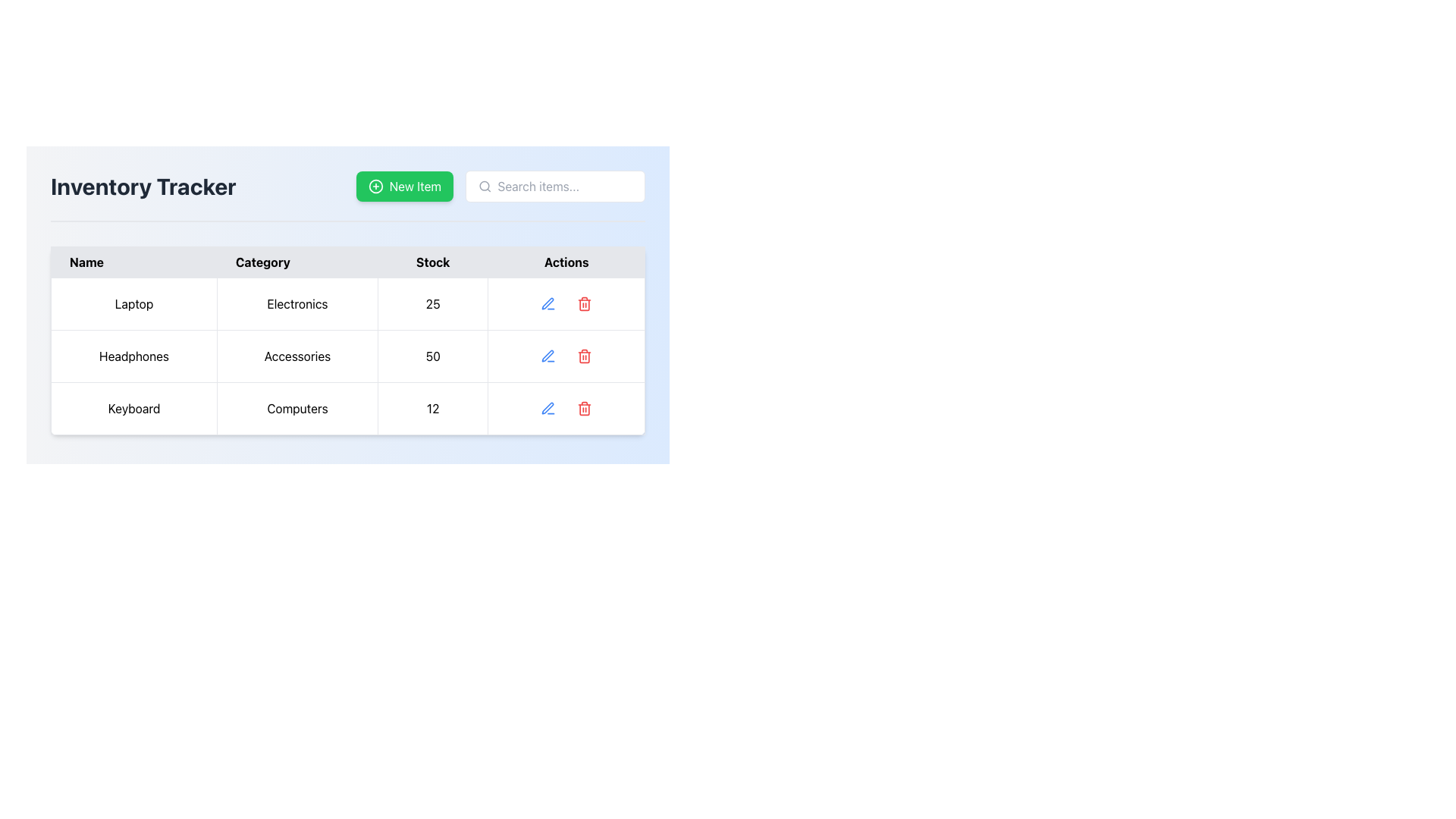 This screenshot has width=1456, height=819. I want to click on the trash bin icon located in the second row of the actions column for deletion, so click(584, 305).